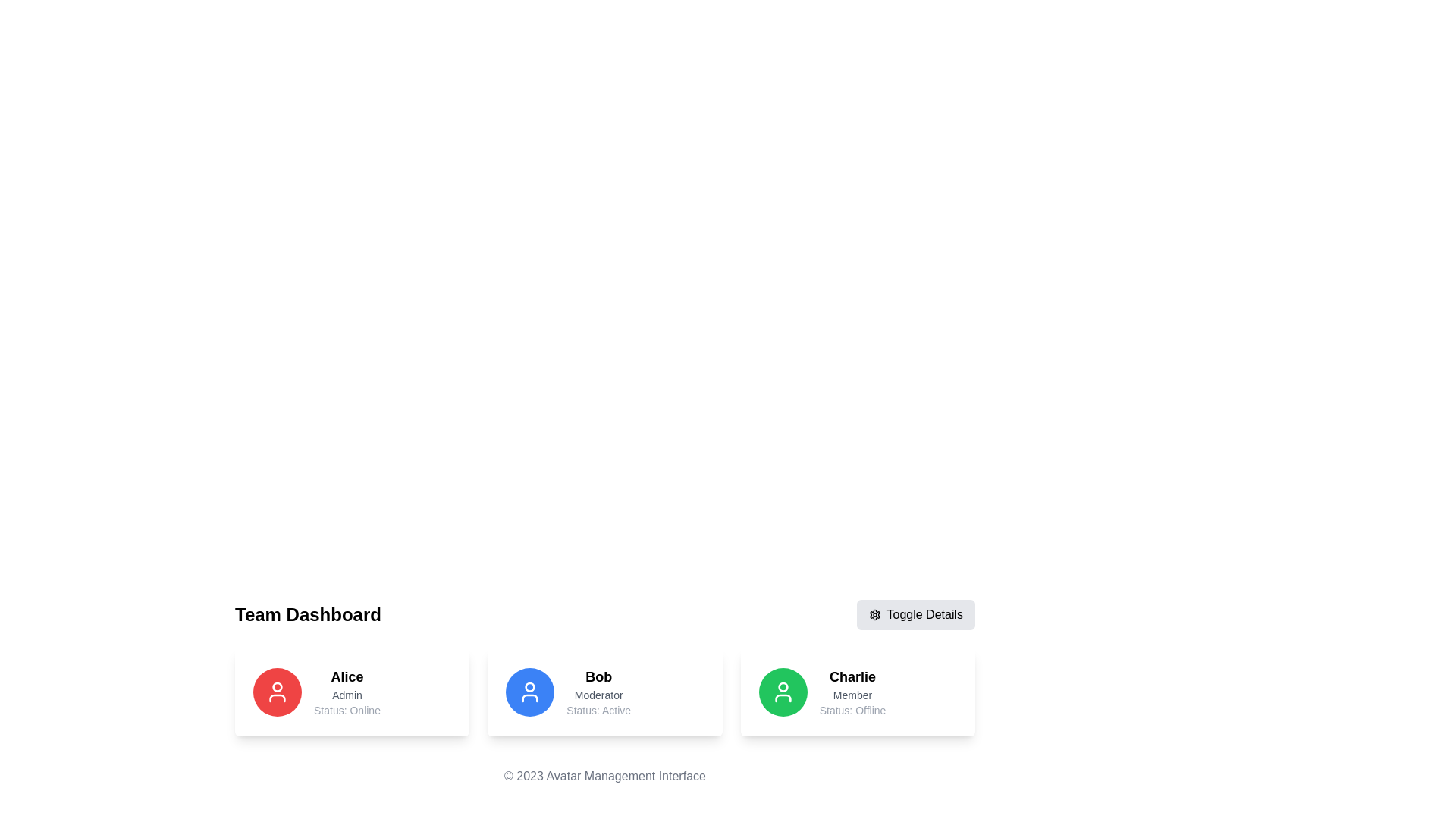 This screenshot has height=819, width=1456. What do you see at coordinates (852, 692) in the screenshot?
I see `text content of the Text Content Block, which provides user information including name, role, and current status, located on the far right of three horizontally aligned cards` at bounding box center [852, 692].